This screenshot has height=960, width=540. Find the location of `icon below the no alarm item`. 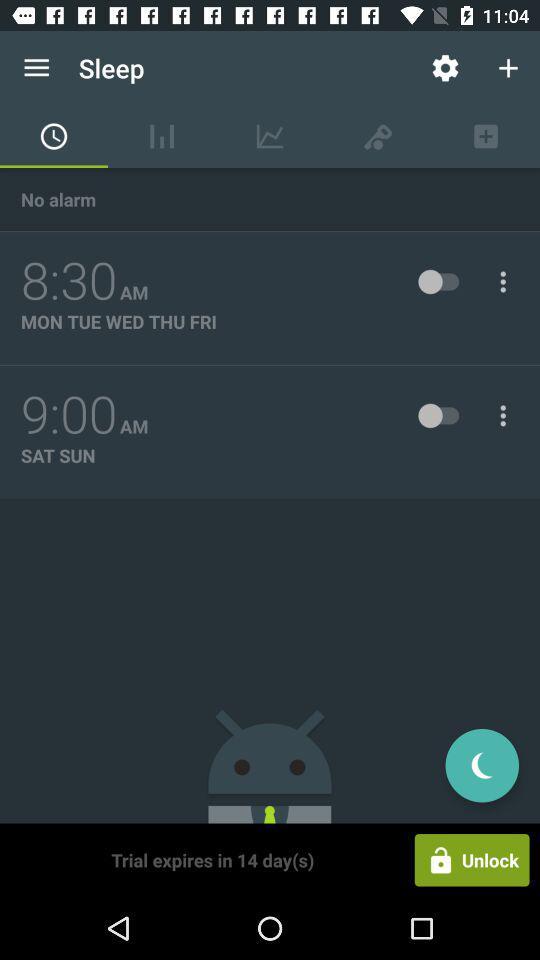

icon below the no alarm item is located at coordinates (68, 280).